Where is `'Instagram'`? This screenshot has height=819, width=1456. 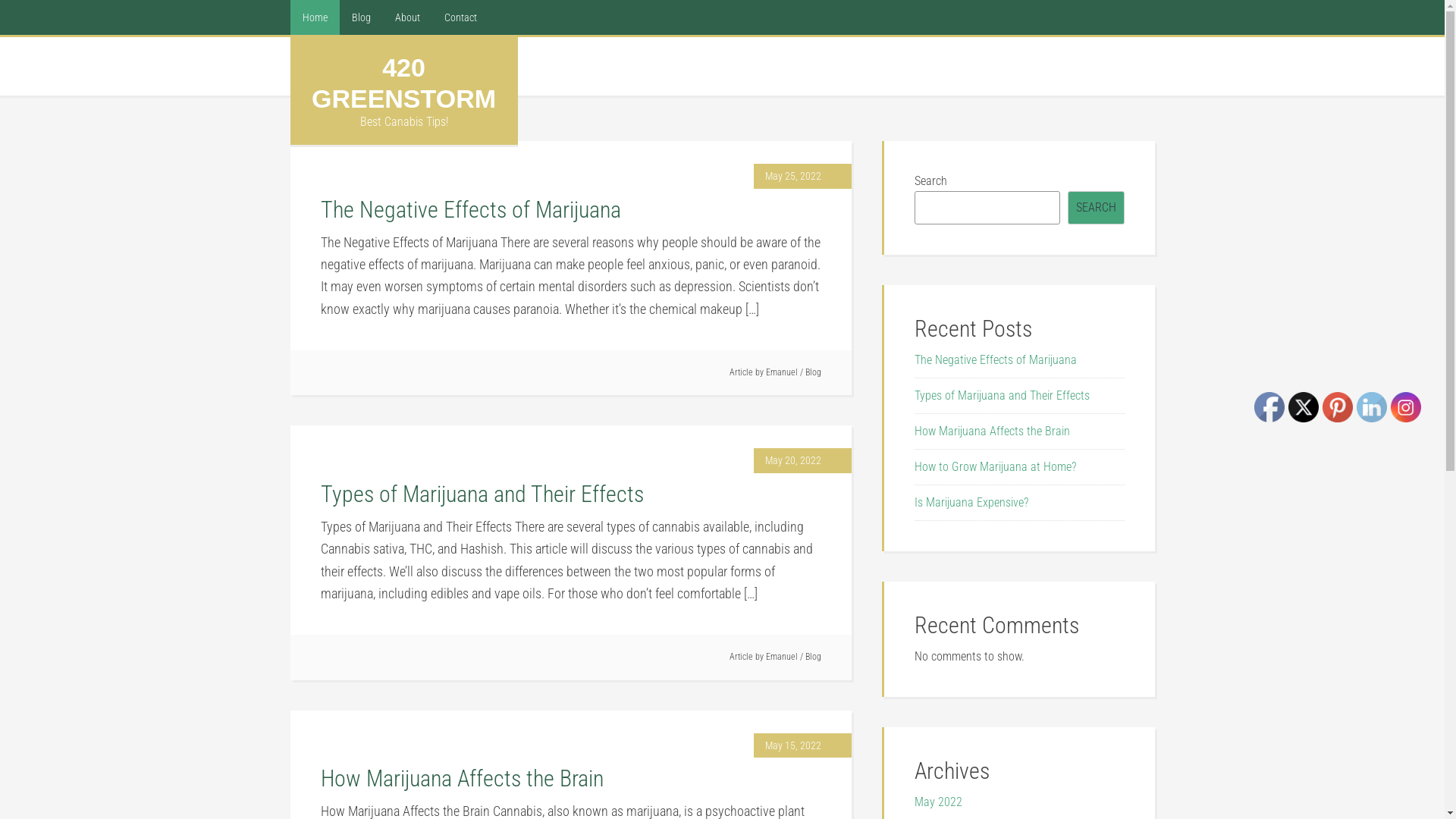 'Instagram' is located at coordinates (1404, 406).